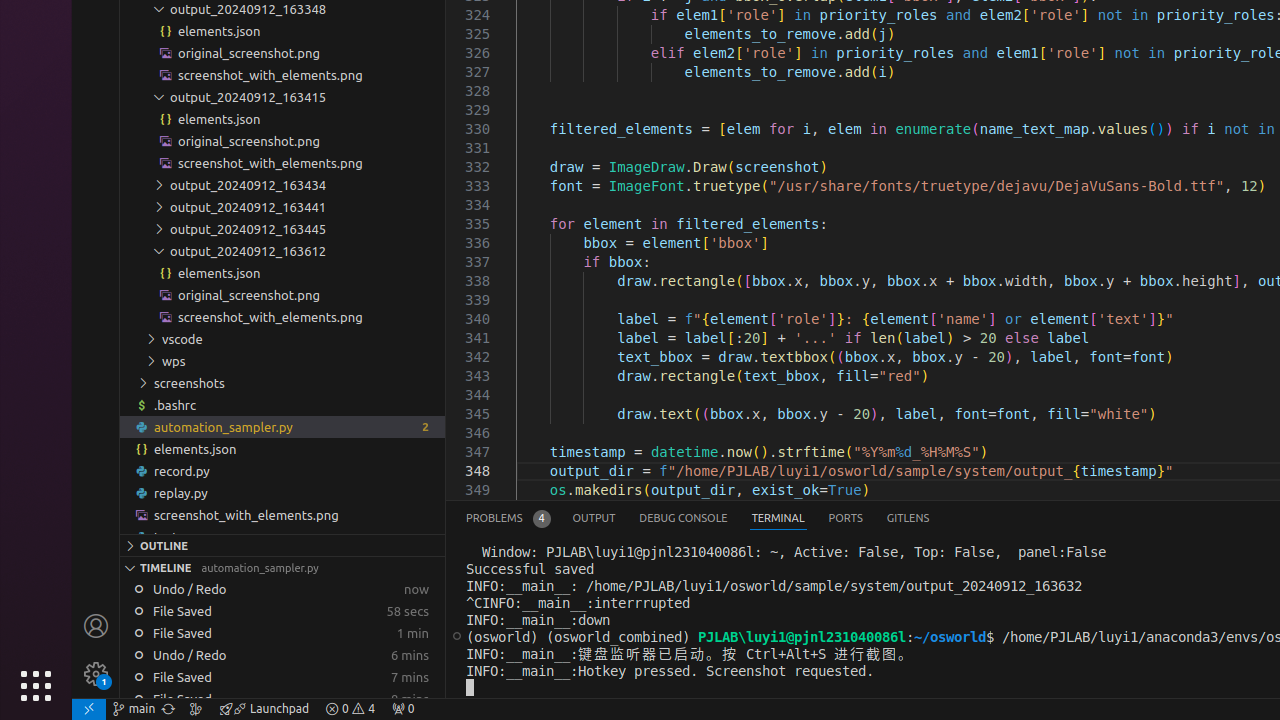 This screenshot has height=720, width=1280. I want to click on 'output_20240912_163612', so click(281, 249).